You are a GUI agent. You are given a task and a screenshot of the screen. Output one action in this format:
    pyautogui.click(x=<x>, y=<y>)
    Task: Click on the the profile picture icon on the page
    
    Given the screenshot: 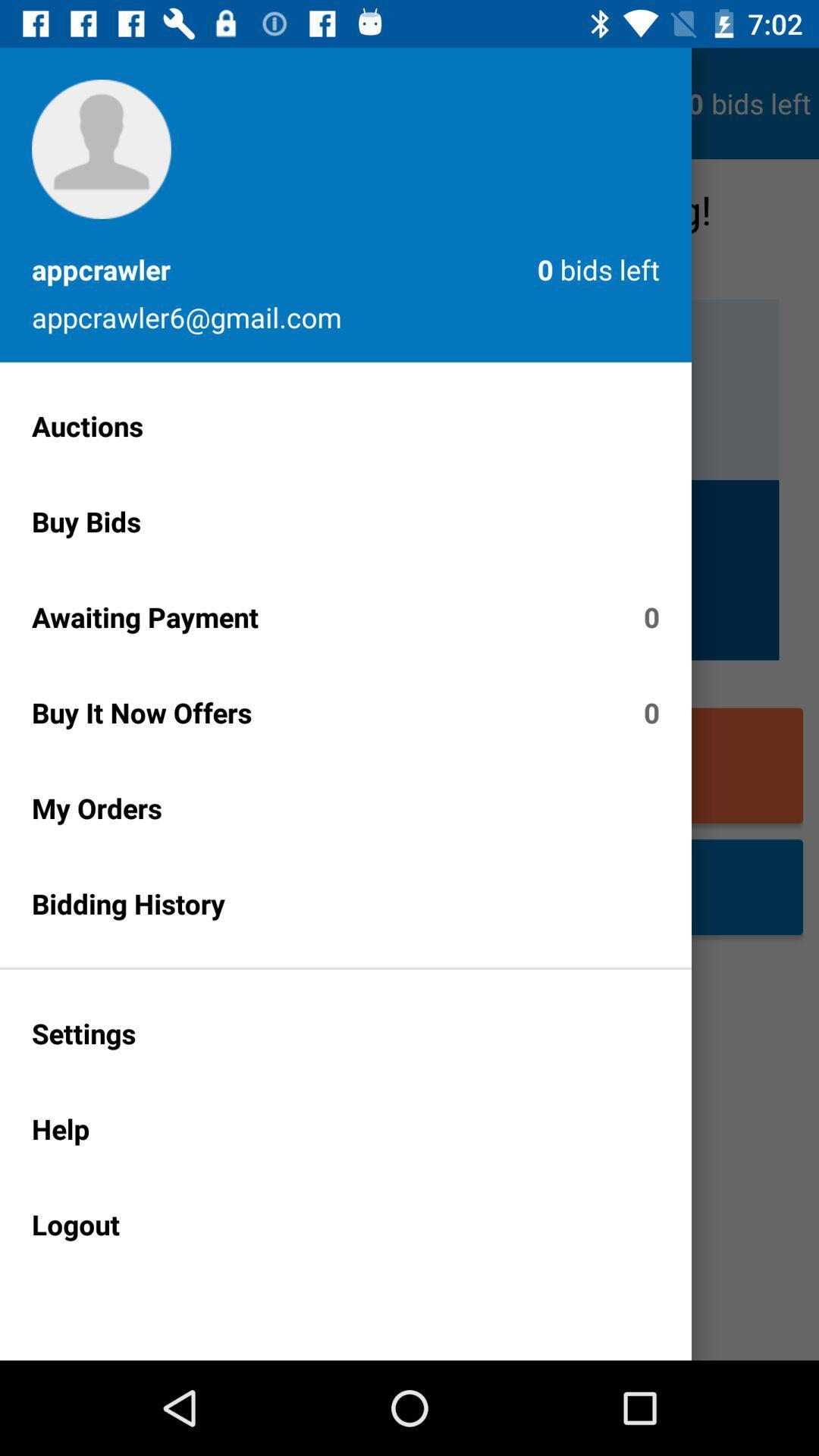 What is the action you would take?
    pyautogui.click(x=102, y=149)
    